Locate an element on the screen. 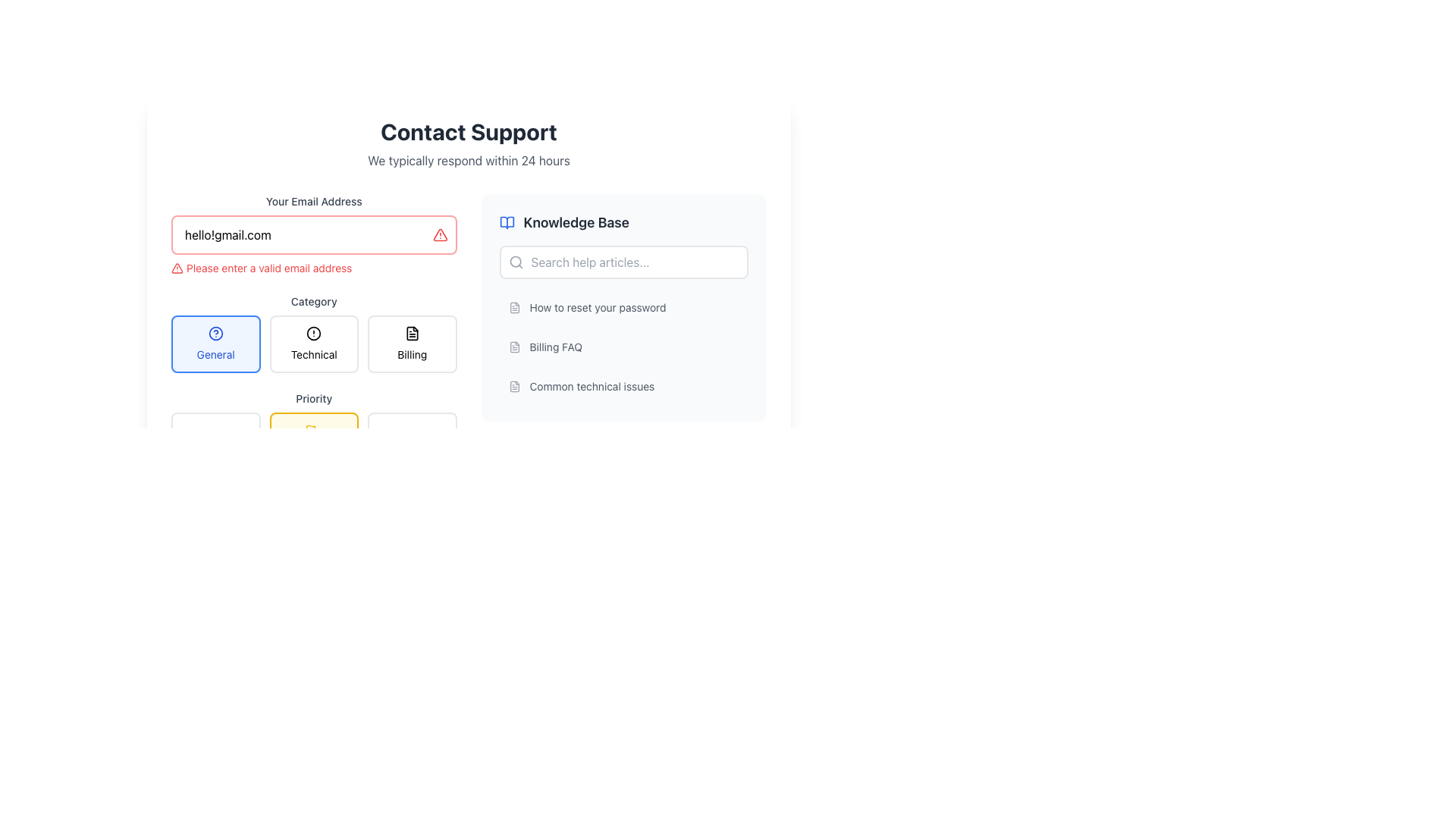 This screenshot has height=819, width=1456. the 'Technical' button in the button group is located at coordinates (313, 344).